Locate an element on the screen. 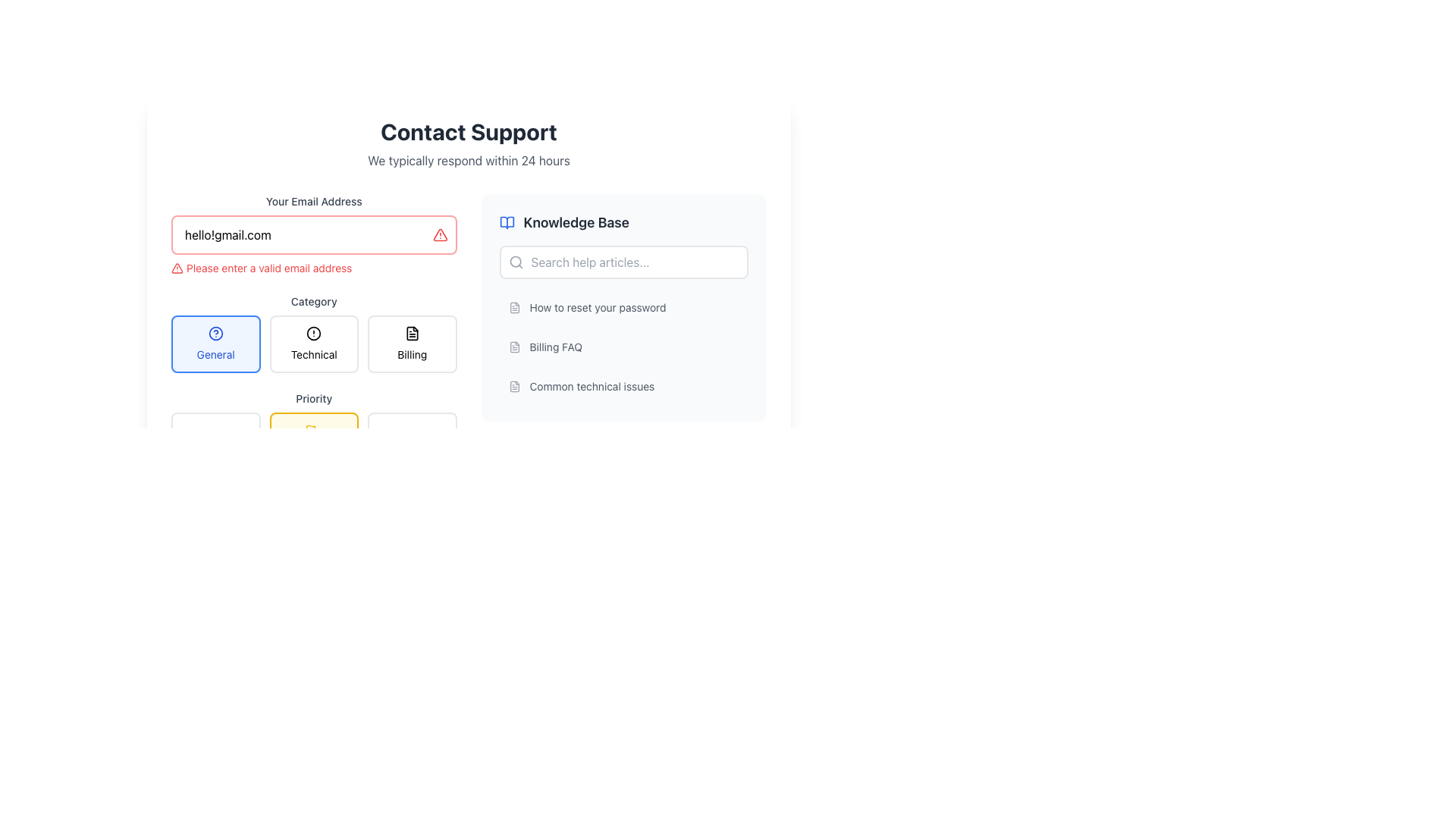 This screenshot has height=819, width=1456. the 'Technical' button in the button group is located at coordinates (313, 344).